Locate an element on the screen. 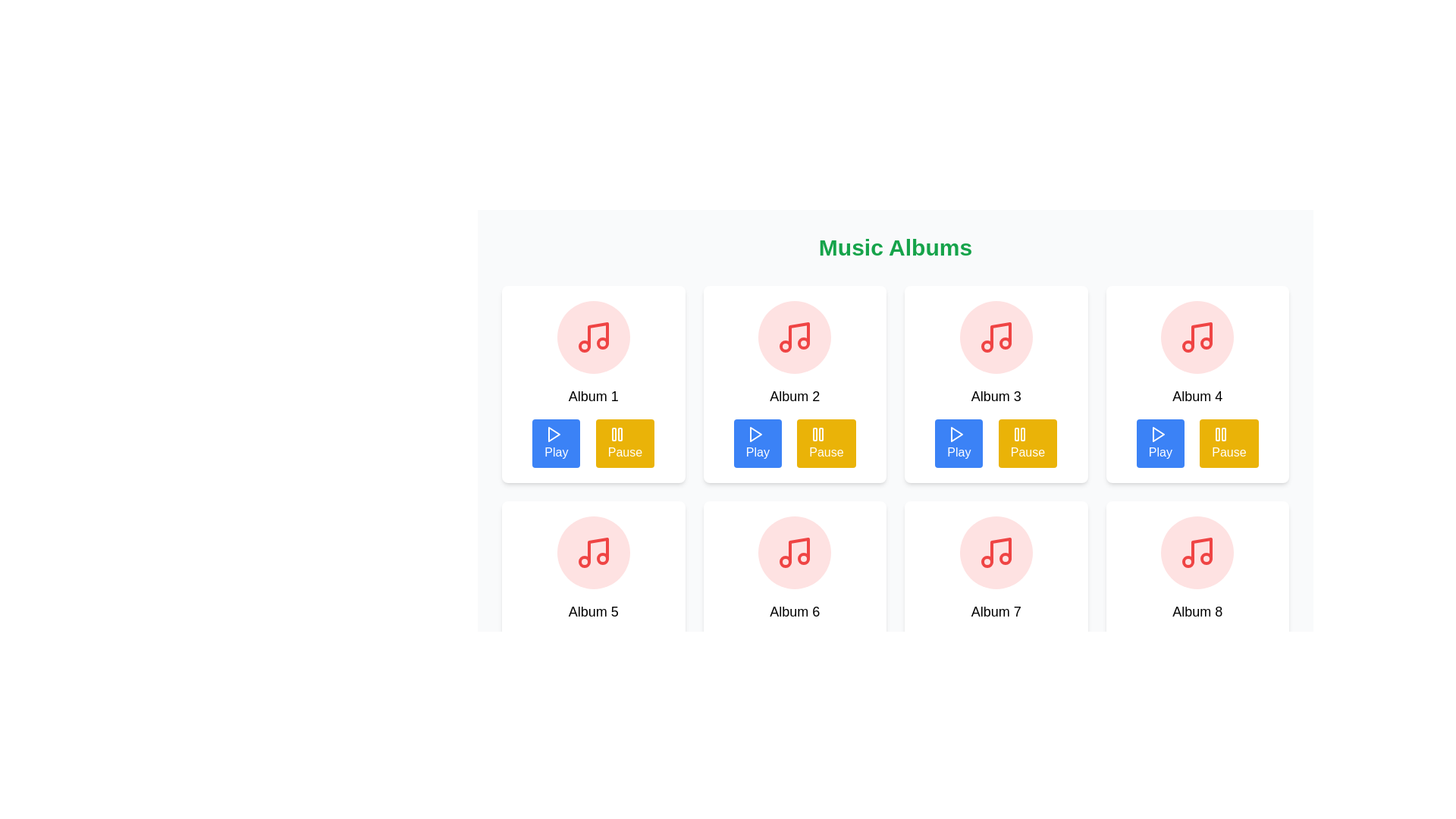  the 'Play' button located under the 'Album 3' section is located at coordinates (958, 444).